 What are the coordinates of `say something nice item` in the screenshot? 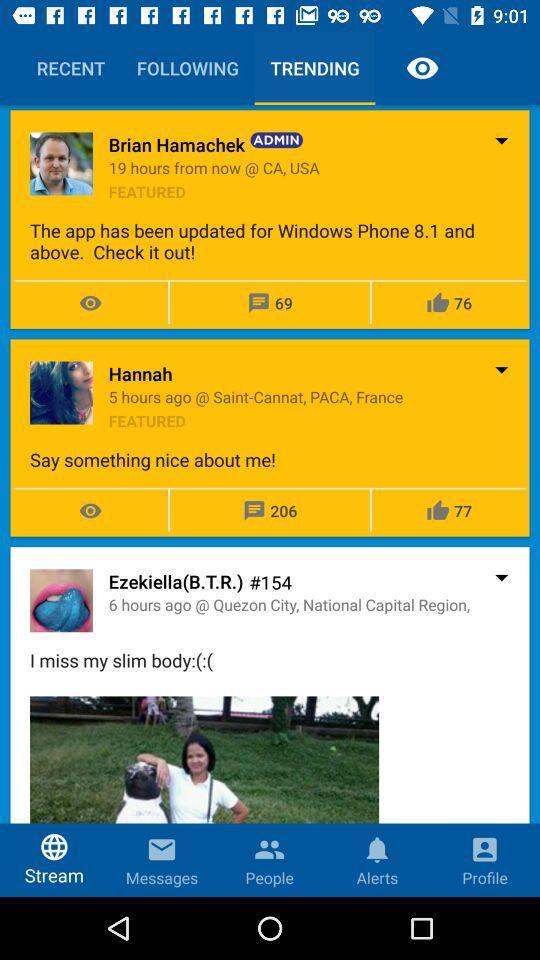 It's located at (270, 459).